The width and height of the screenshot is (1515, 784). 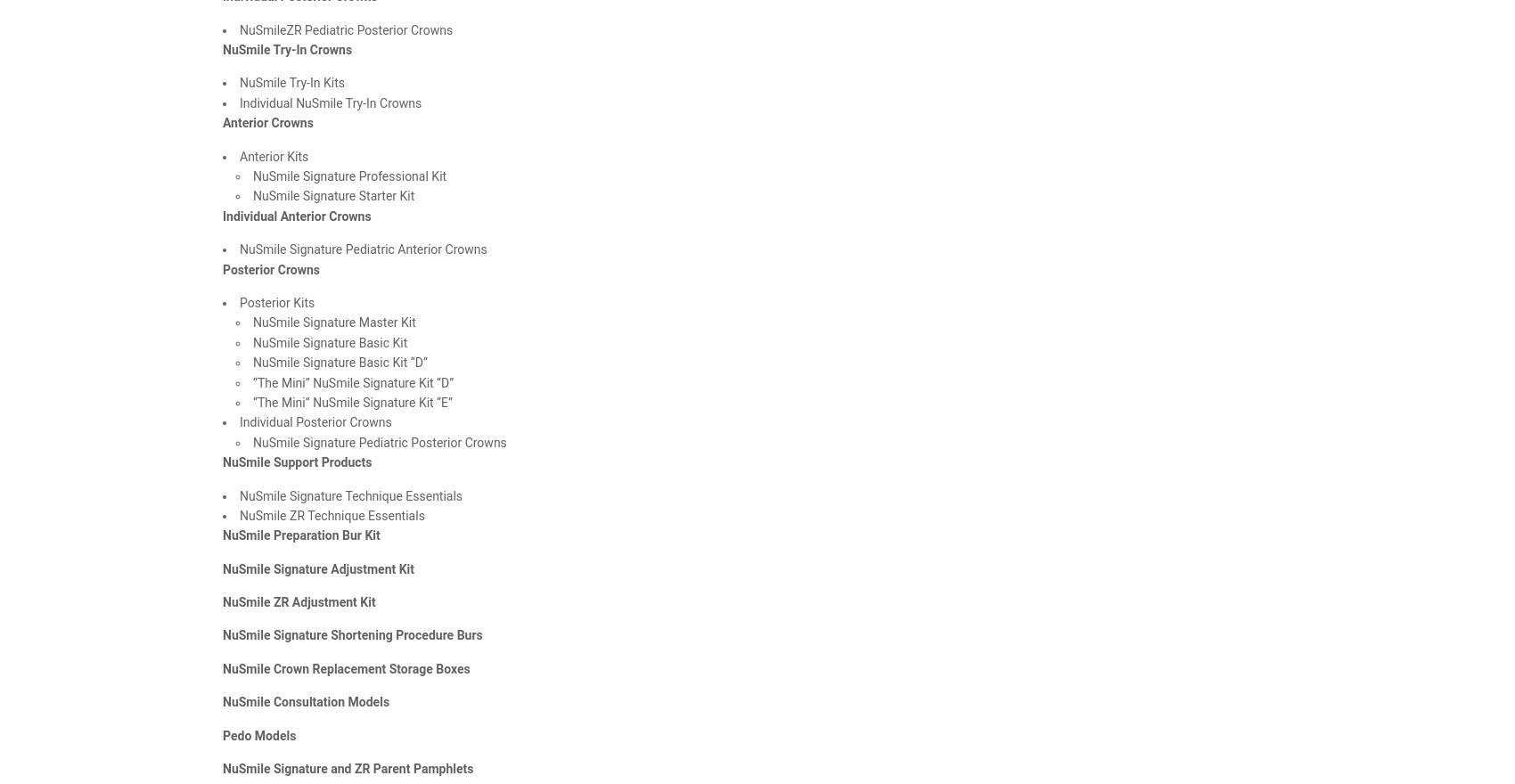 I want to click on 'NuSmile ZR Adjustment Kit', so click(x=298, y=601).